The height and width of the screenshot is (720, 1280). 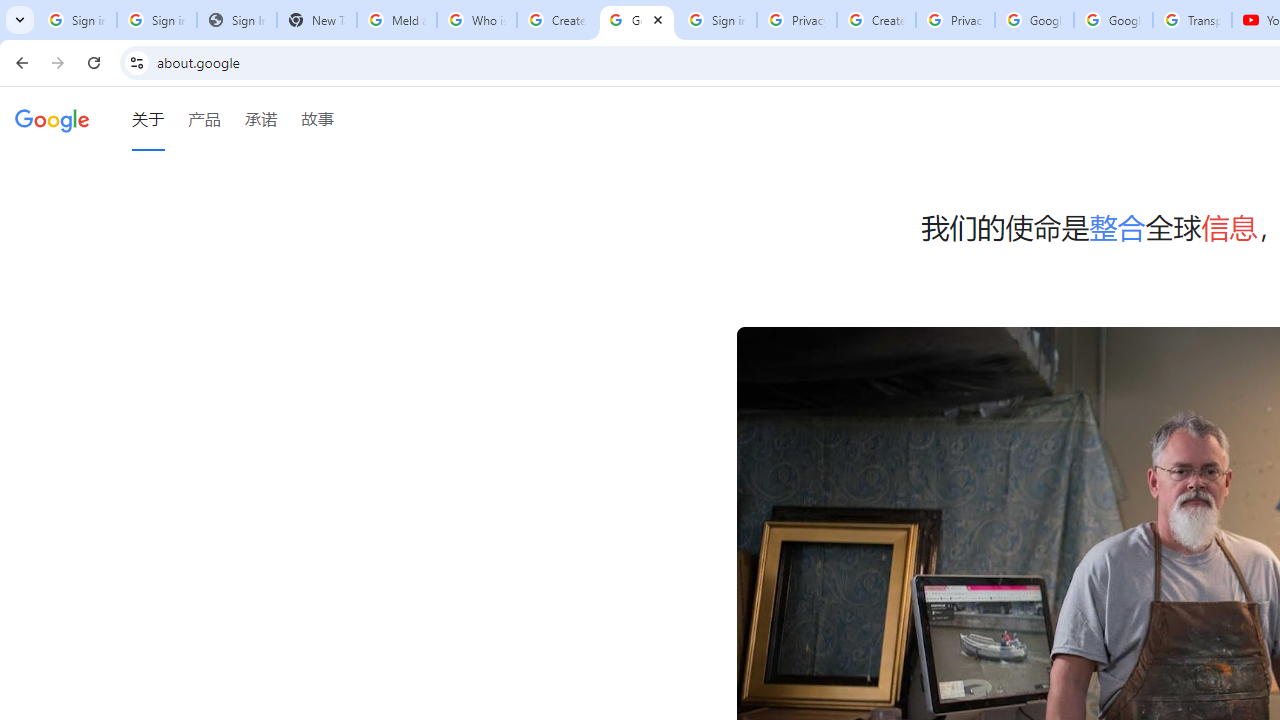 I want to click on 'Sign in - Google Accounts', so click(x=716, y=20).